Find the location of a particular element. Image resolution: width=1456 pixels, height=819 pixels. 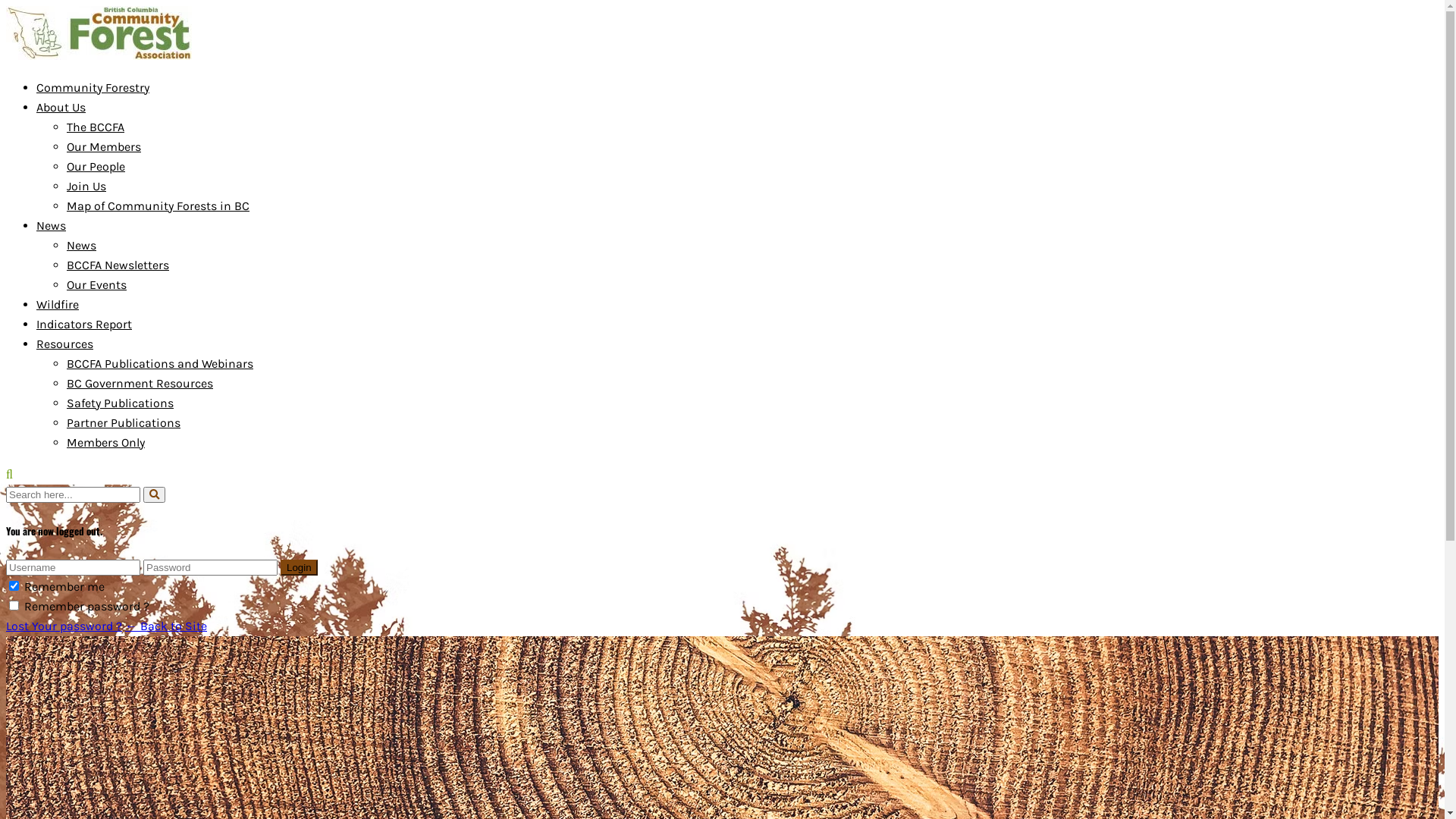

'BCCFA Publications and Webinars' is located at coordinates (160, 363).